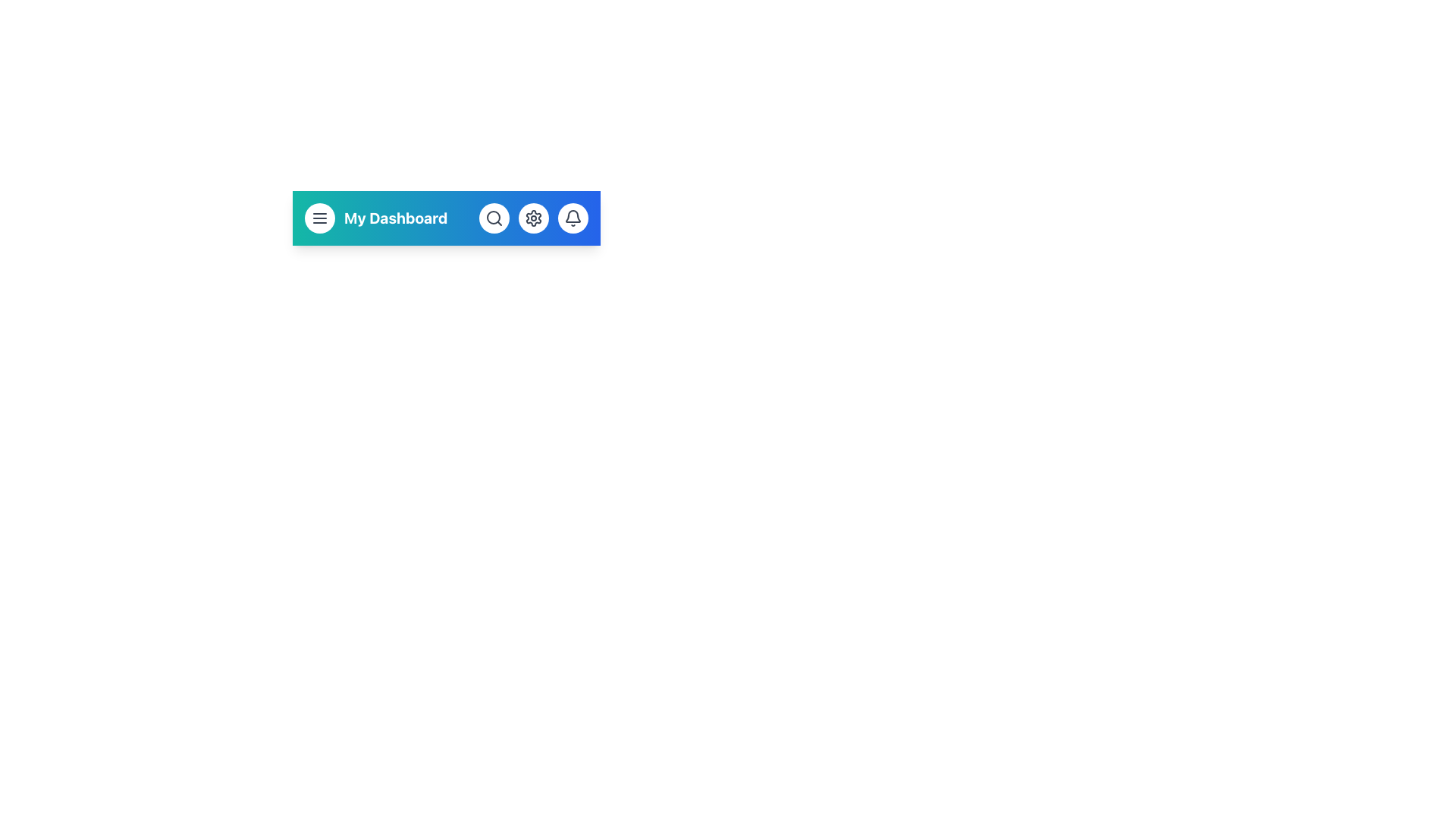  What do you see at coordinates (534, 218) in the screenshot?
I see `the gear/settings icon located in the navigation bar, positioned between the search icon on the left and the notification bell icon on the right` at bounding box center [534, 218].